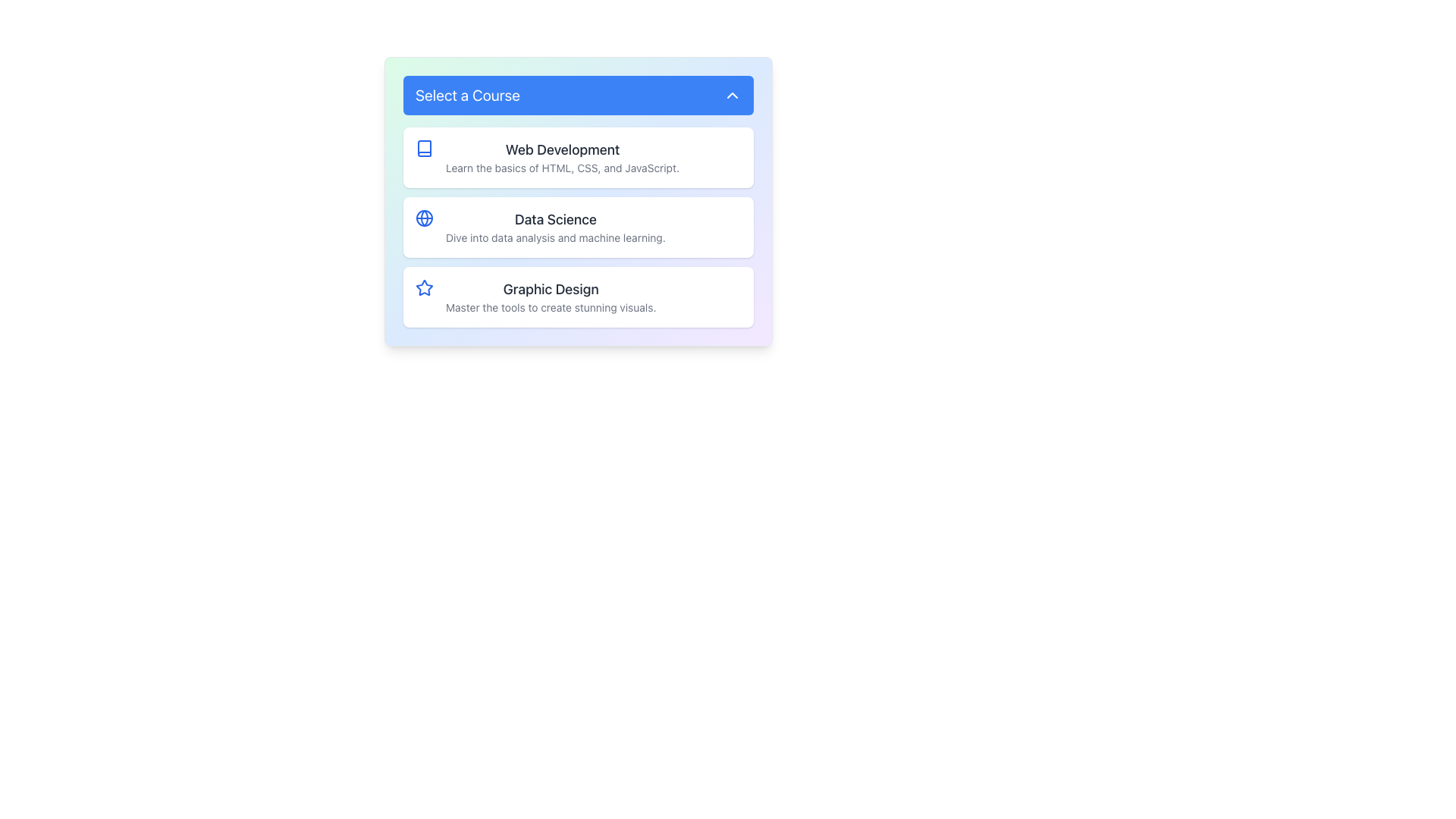  I want to click on the text saying 'Dive into data analysis and machine learning.', which is styled in a small, light gray font and located below the bold text 'Data Science' in the course information section, so click(554, 237).